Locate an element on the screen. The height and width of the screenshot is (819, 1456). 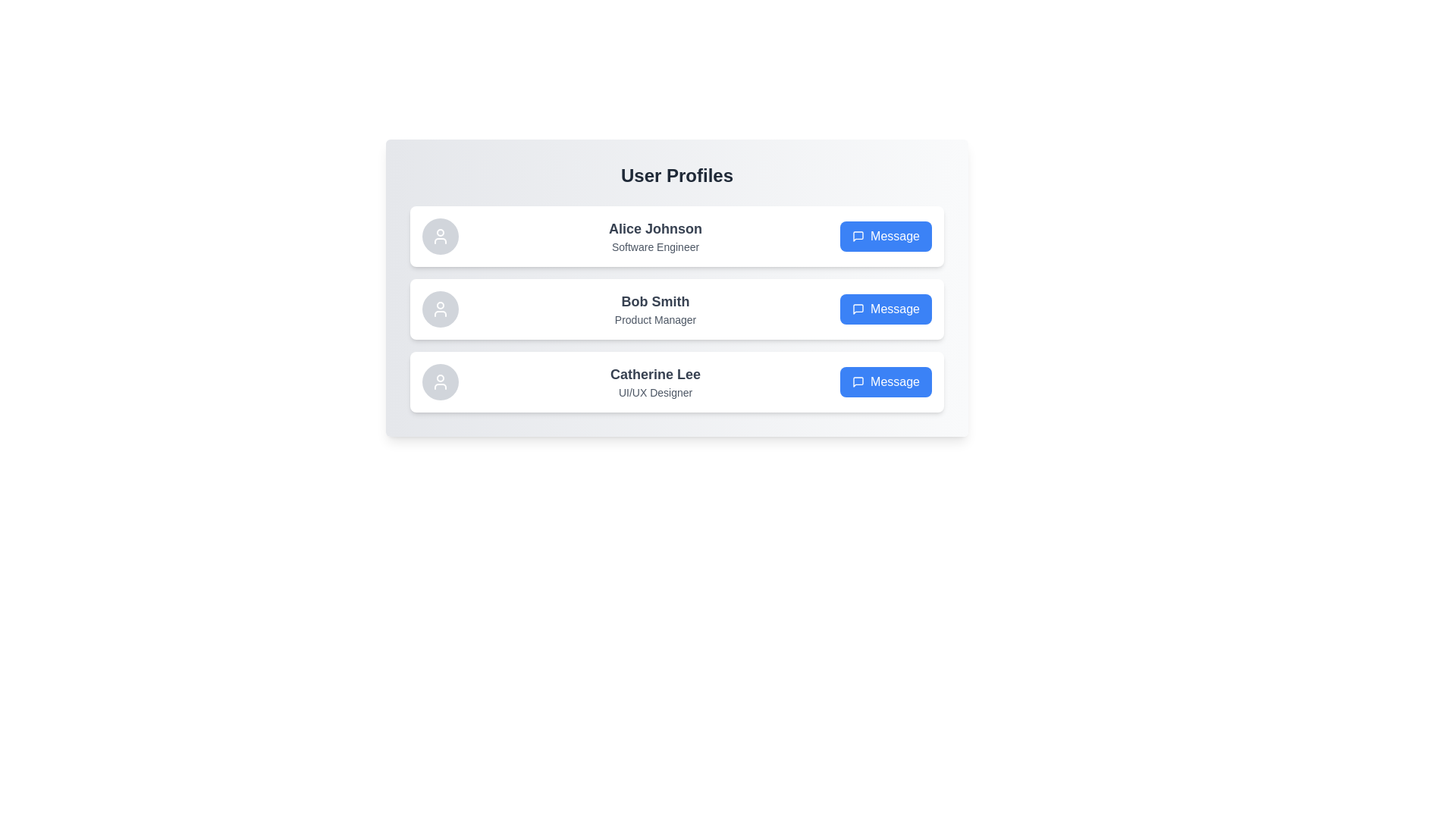
the text of Product Manager to select it is located at coordinates (655, 318).